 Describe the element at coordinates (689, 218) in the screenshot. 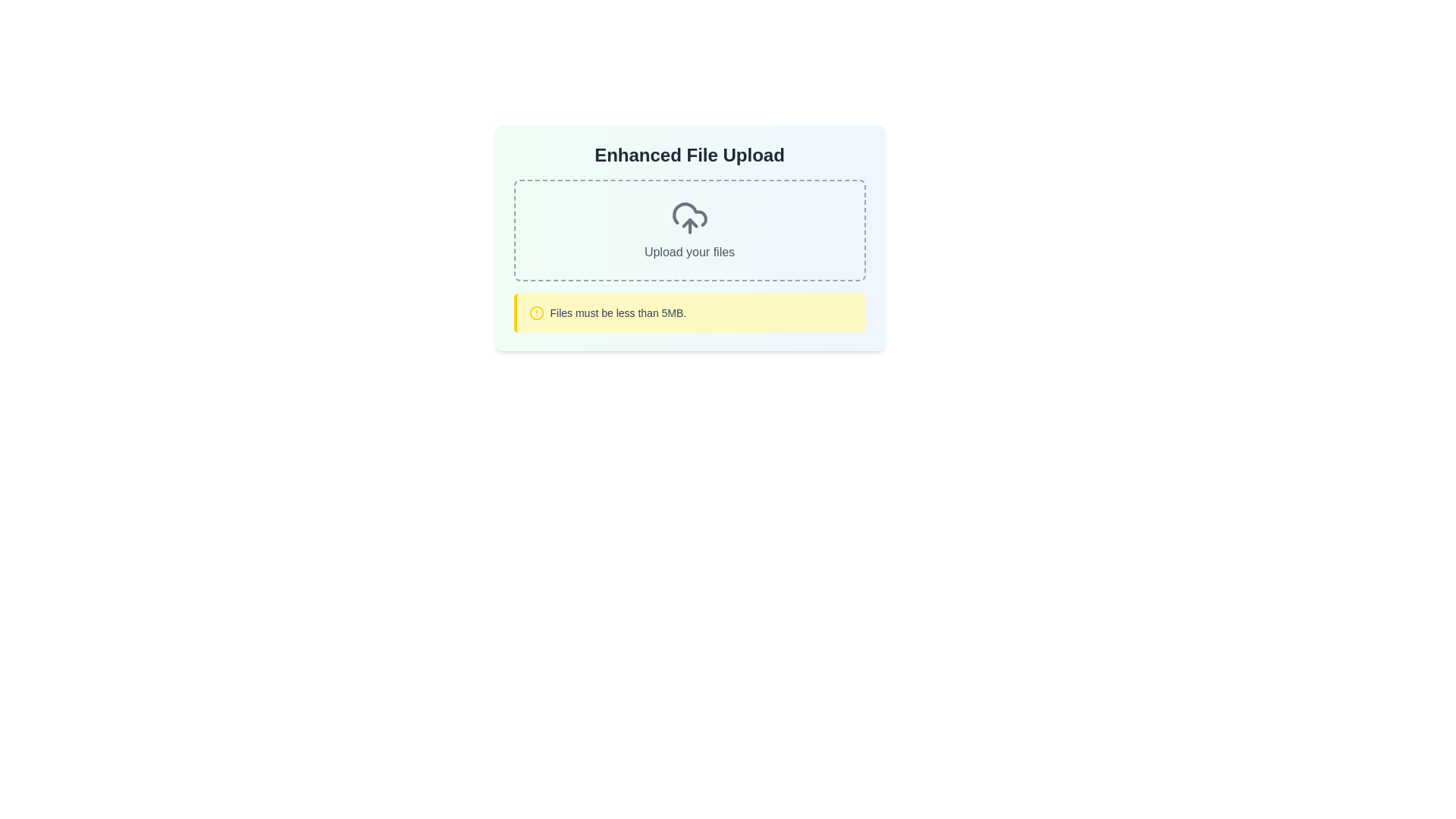

I see `the cloud-shaped upload icon with the upward-pointing arrow` at that location.